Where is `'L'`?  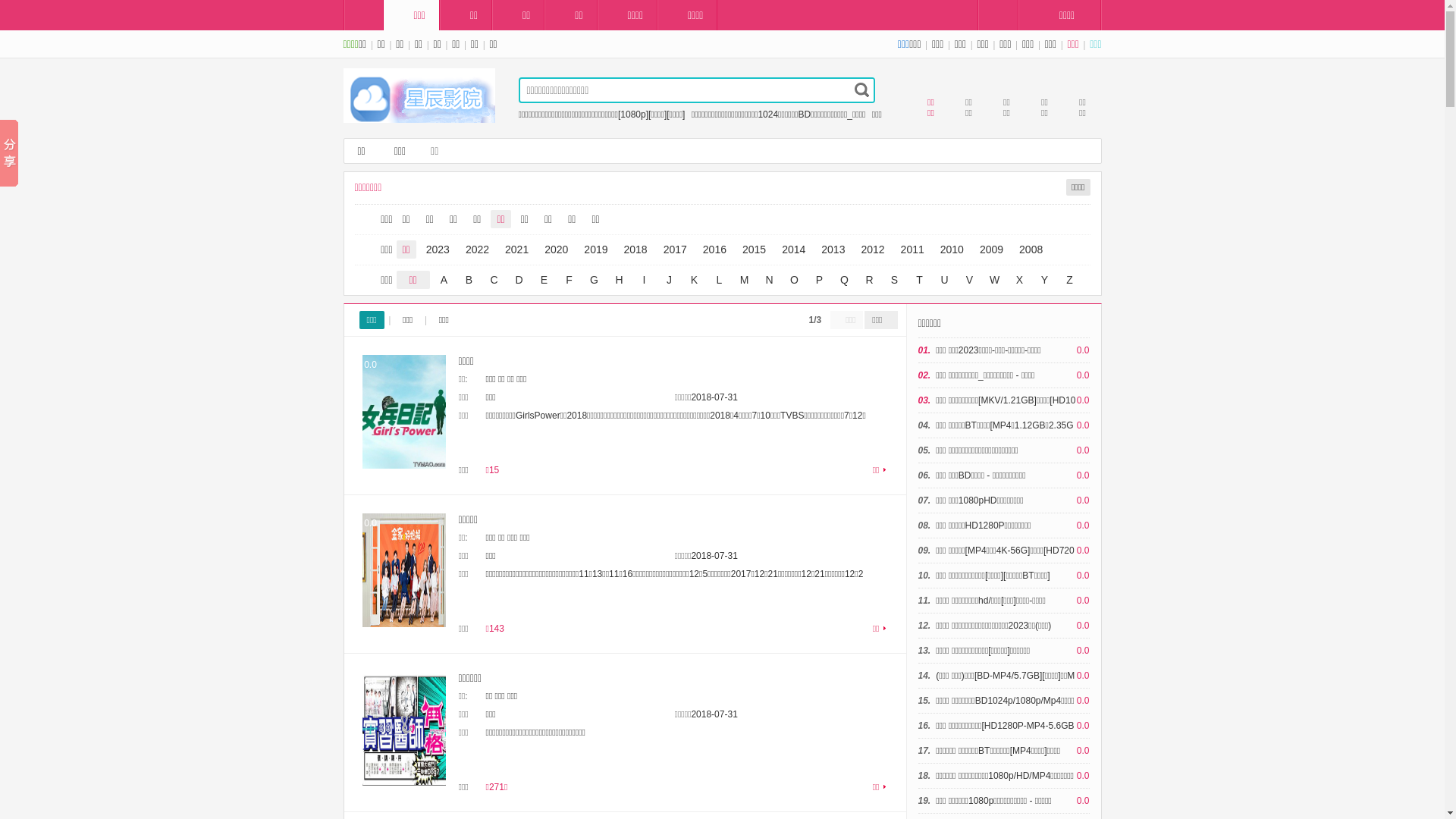 'L' is located at coordinates (718, 280).